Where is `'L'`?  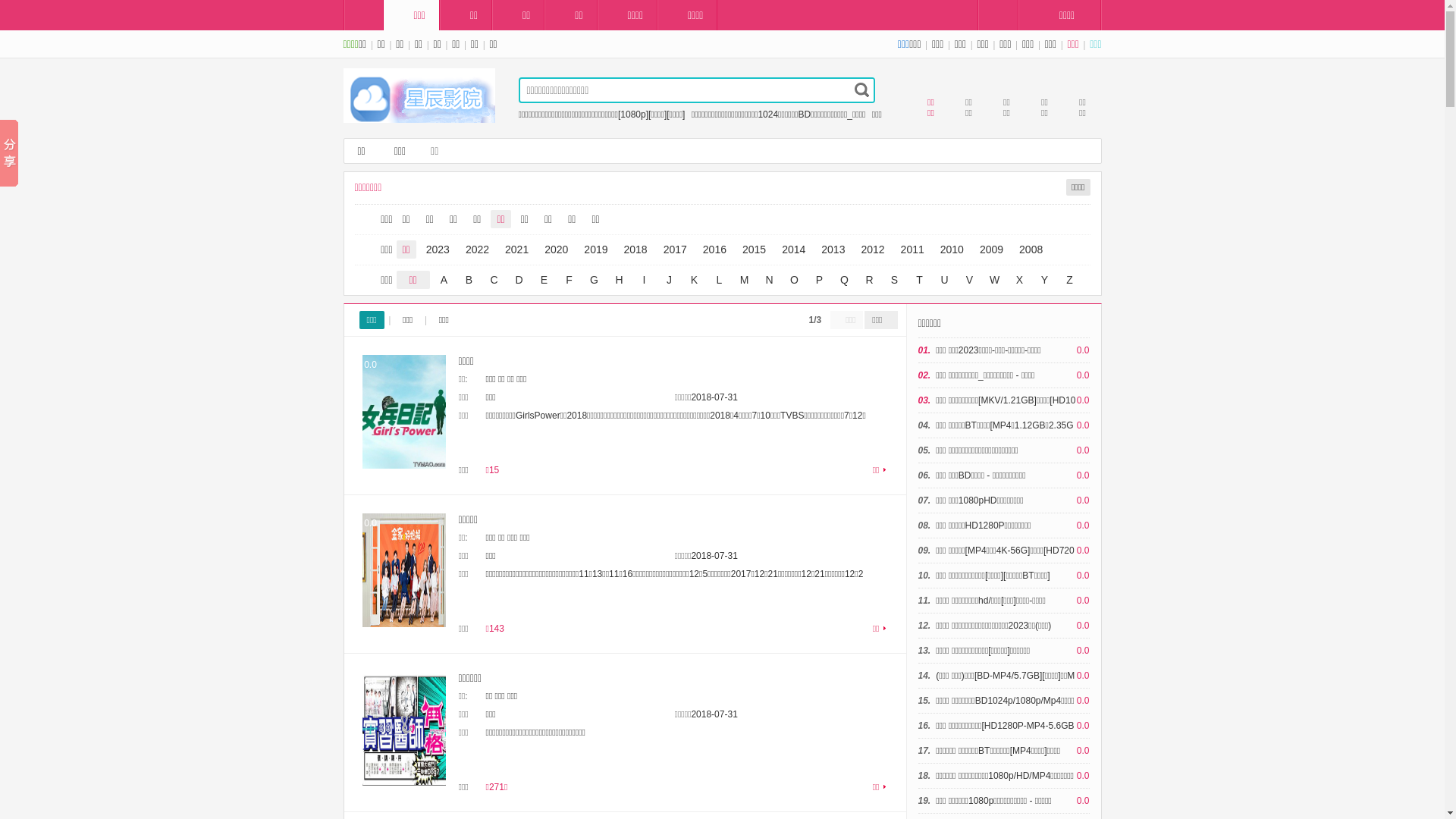 'L' is located at coordinates (718, 280).